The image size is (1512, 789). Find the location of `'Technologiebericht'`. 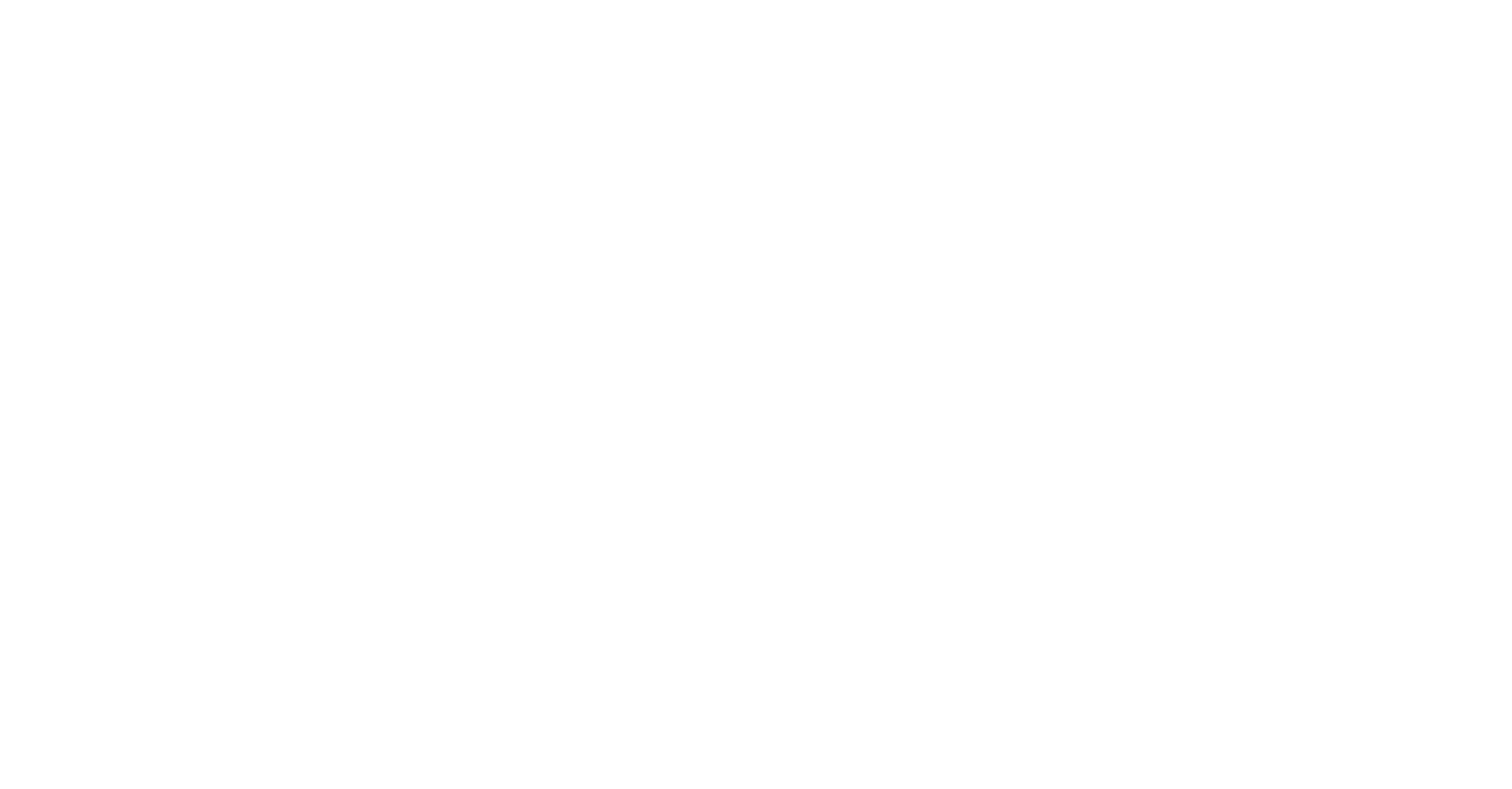

'Technologiebericht' is located at coordinates (92, 744).